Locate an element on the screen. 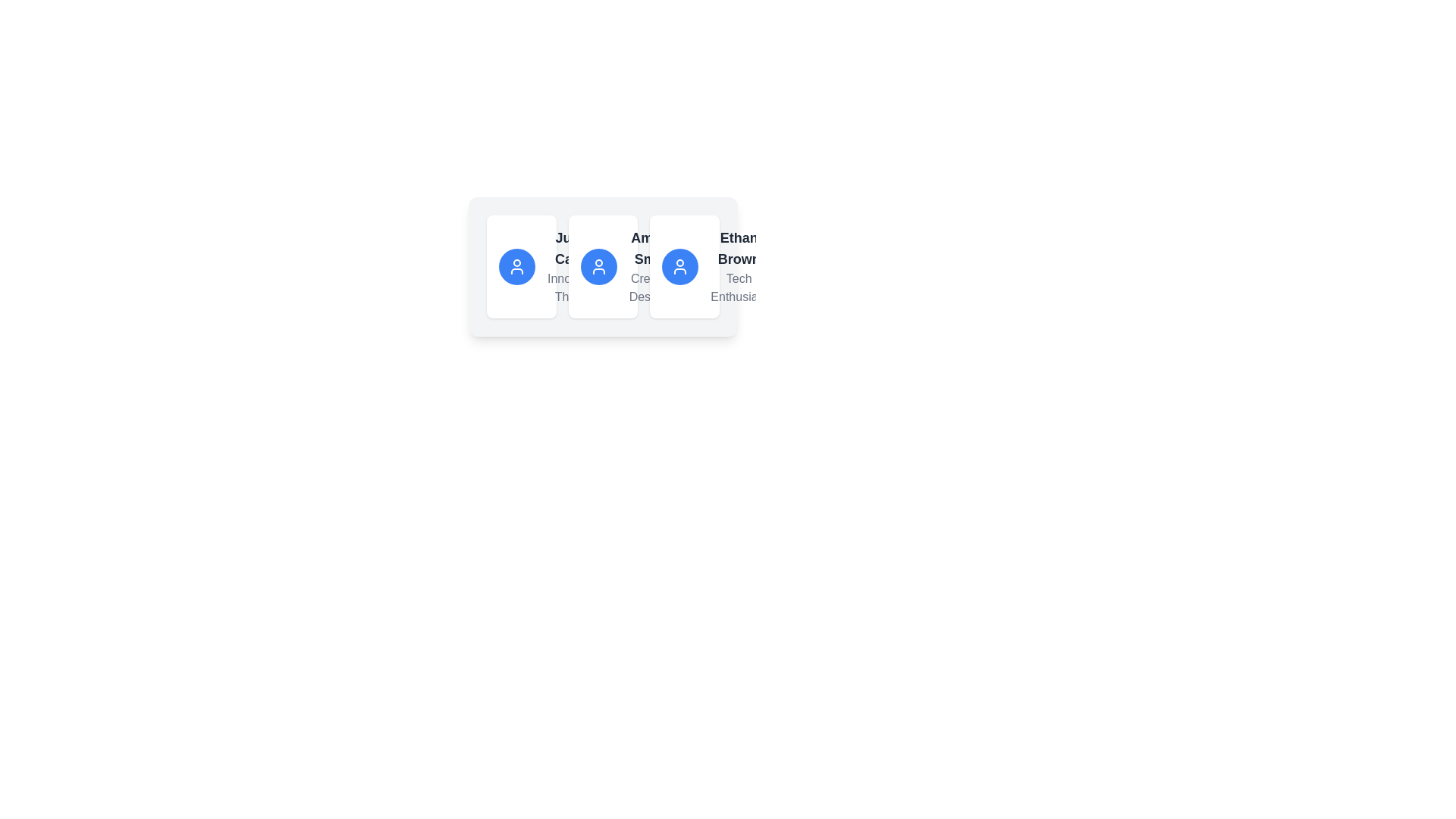 The width and height of the screenshot is (1456, 819). the text element displaying 'Amelia Smith' and 'Creative Designer' located in the second card layout, next to the blue circular user icon is located at coordinates (653, 265).